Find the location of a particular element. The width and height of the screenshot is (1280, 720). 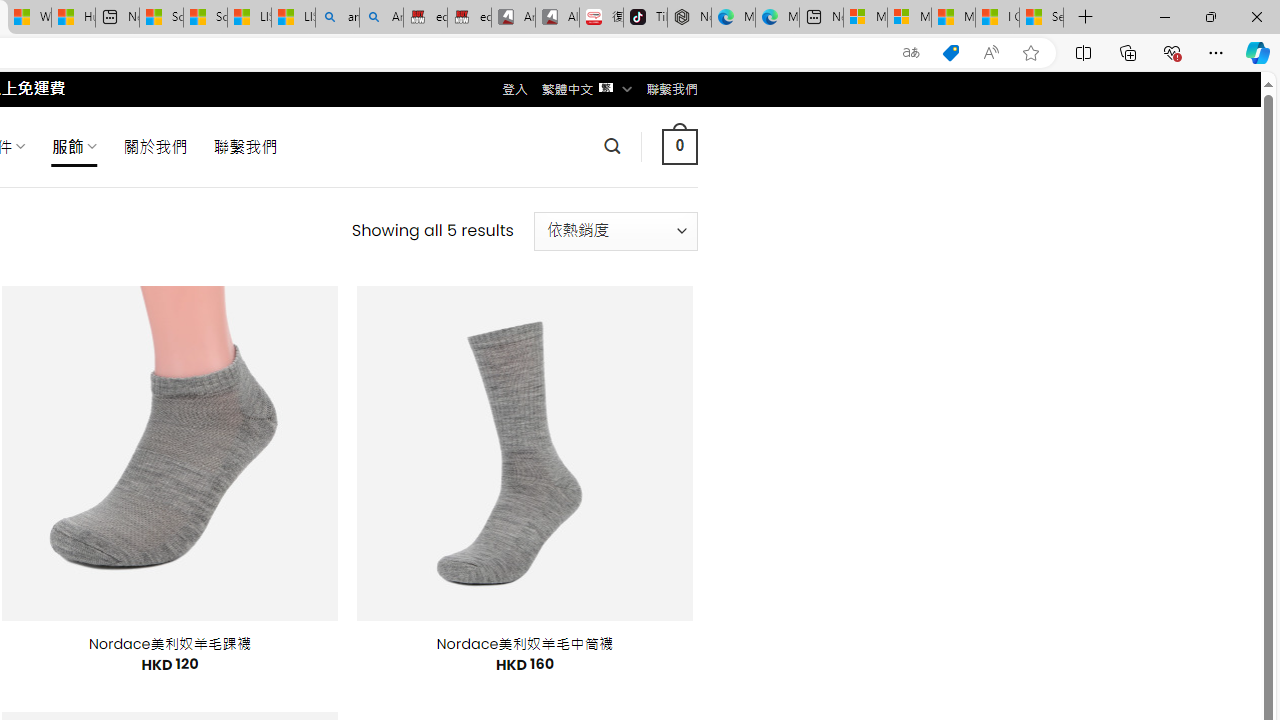

'Huge shark washes ashore at New York City beach | Watch' is located at coordinates (73, 17).